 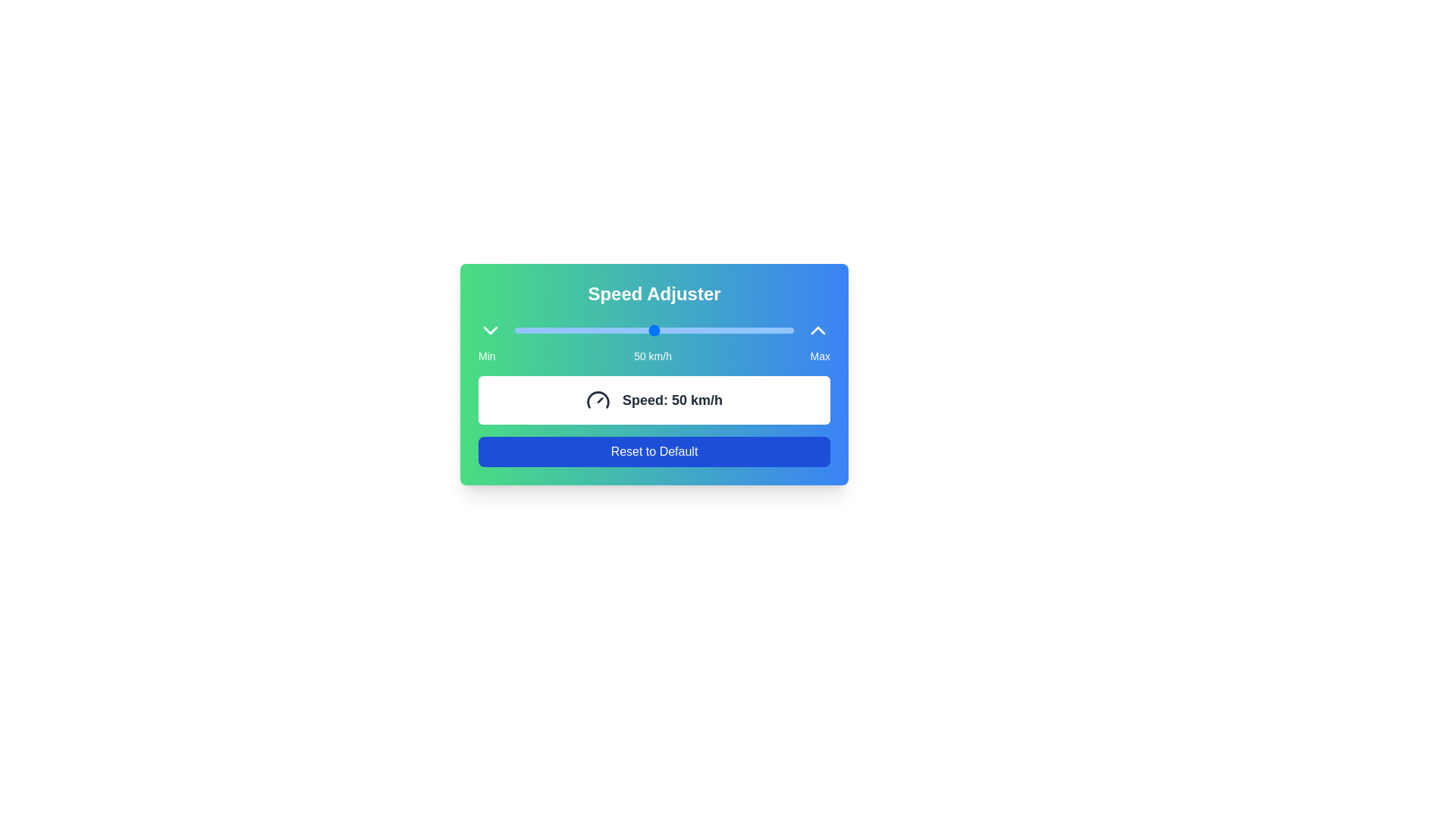 What do you see at coordinates (676, 329) in the screenshot?
I see `the slider value` at bounding box center [676, 329].